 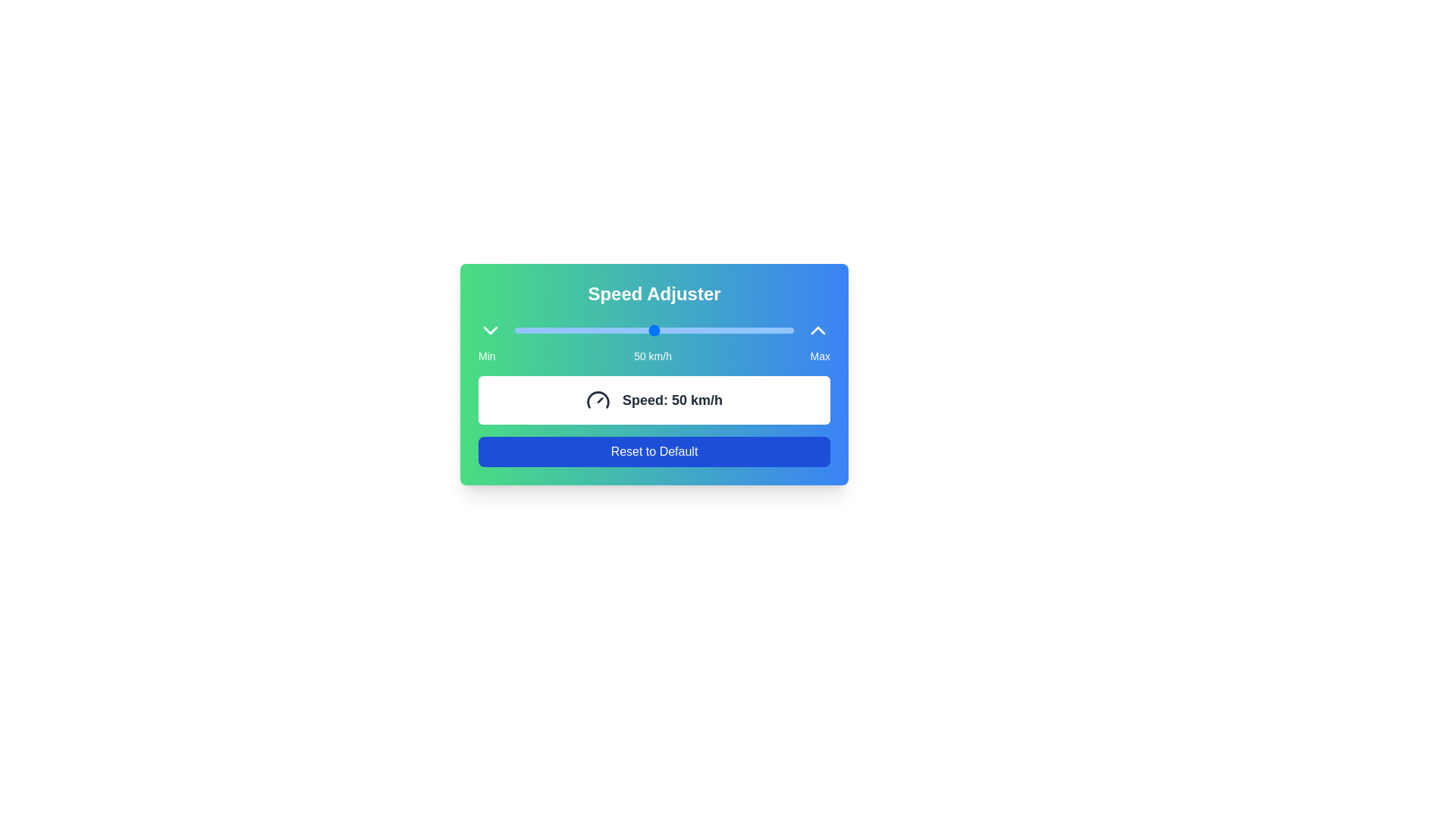 What do you see at coordinates (676, 329) in the screenshot?
I see `the slider value` at bounding box center [676, 329].